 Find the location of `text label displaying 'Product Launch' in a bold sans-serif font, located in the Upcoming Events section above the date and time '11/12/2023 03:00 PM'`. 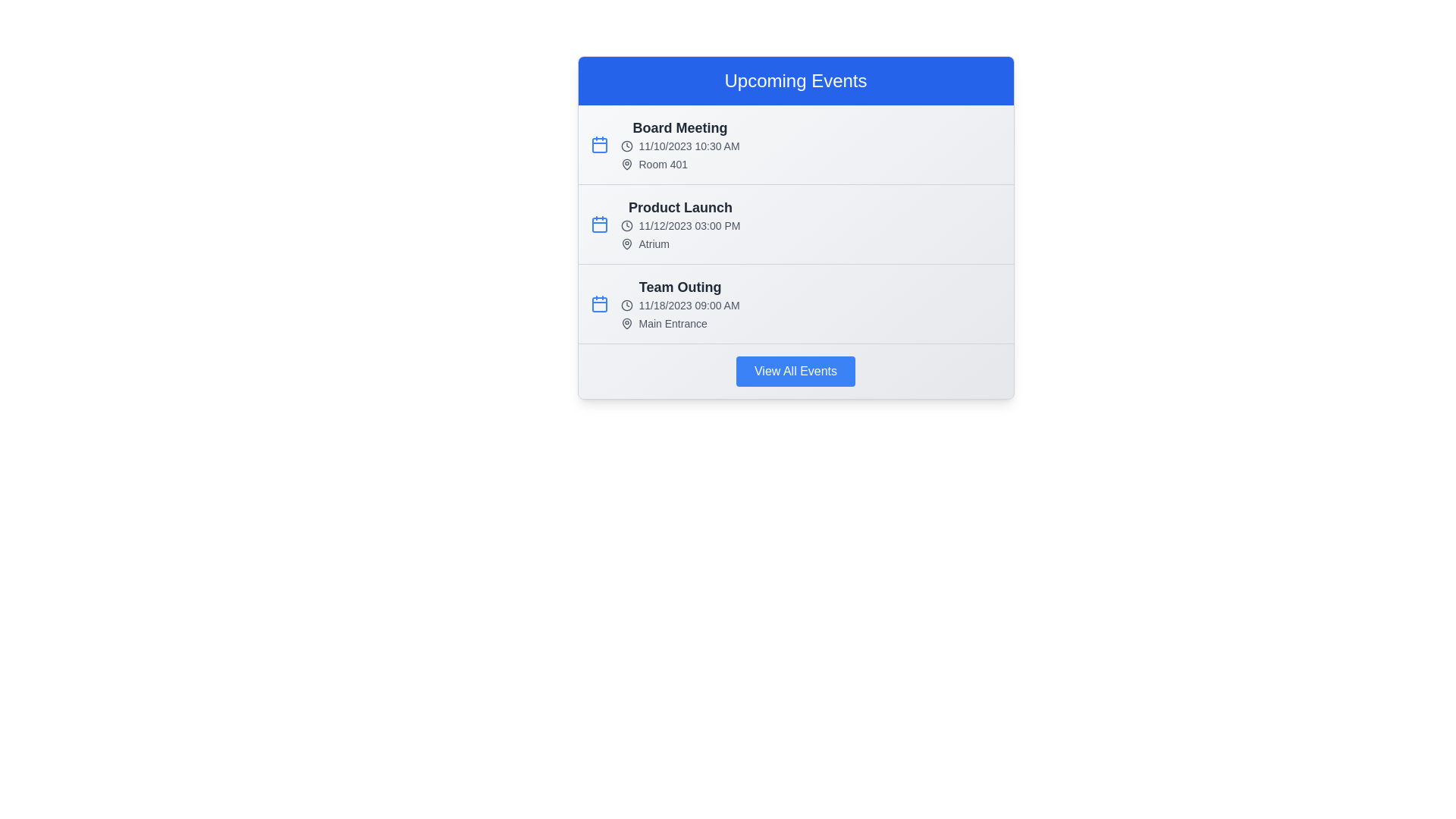

text label displaying 'Product Launch' in a bold sans-serif font, located in the Upcoming Events section above the date and time '11/12/2023 03:00 PM' is located at coordinates (679, 207).